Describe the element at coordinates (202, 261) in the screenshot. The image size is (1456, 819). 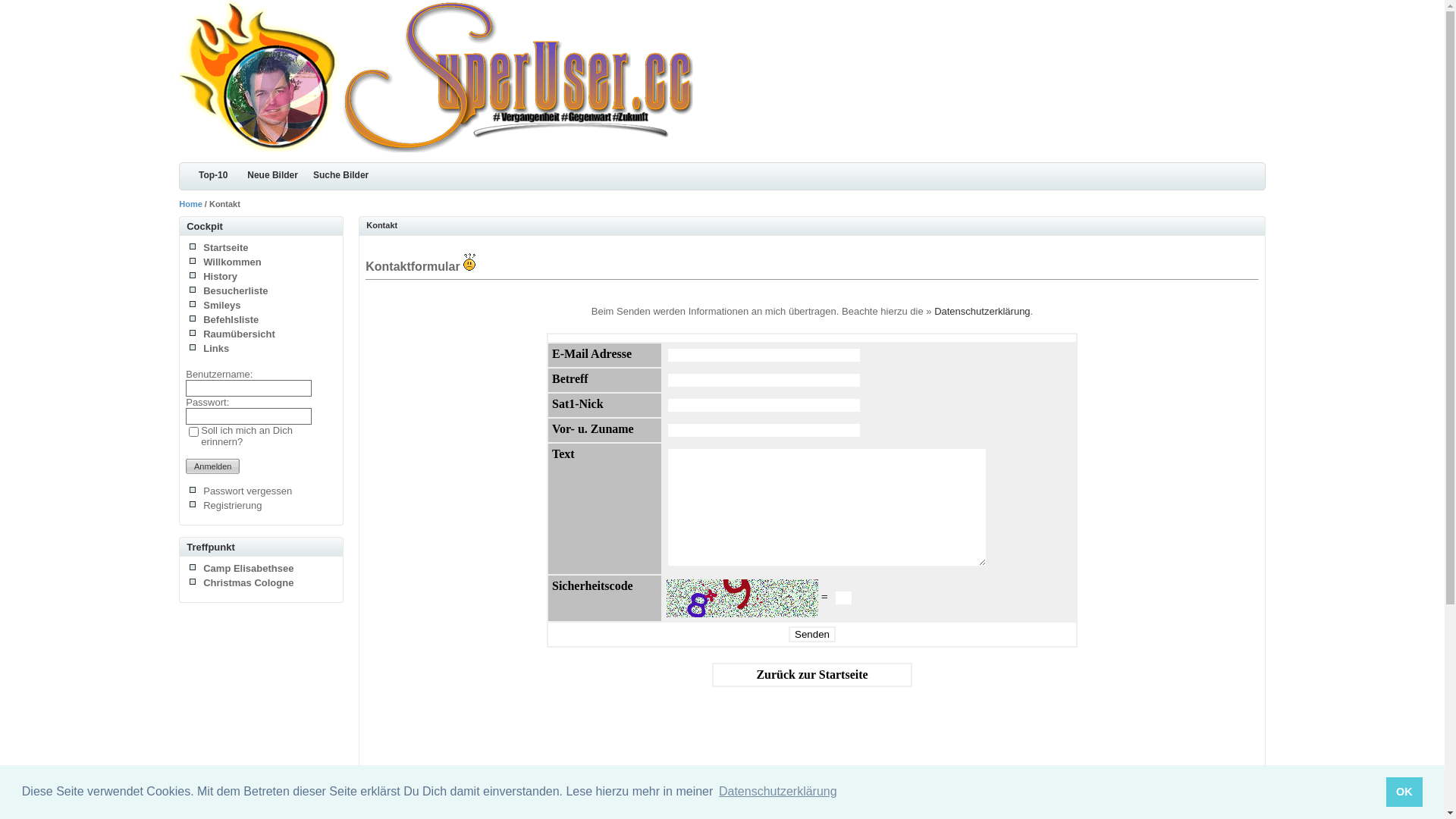
I see `'Willkommen'` at that location.